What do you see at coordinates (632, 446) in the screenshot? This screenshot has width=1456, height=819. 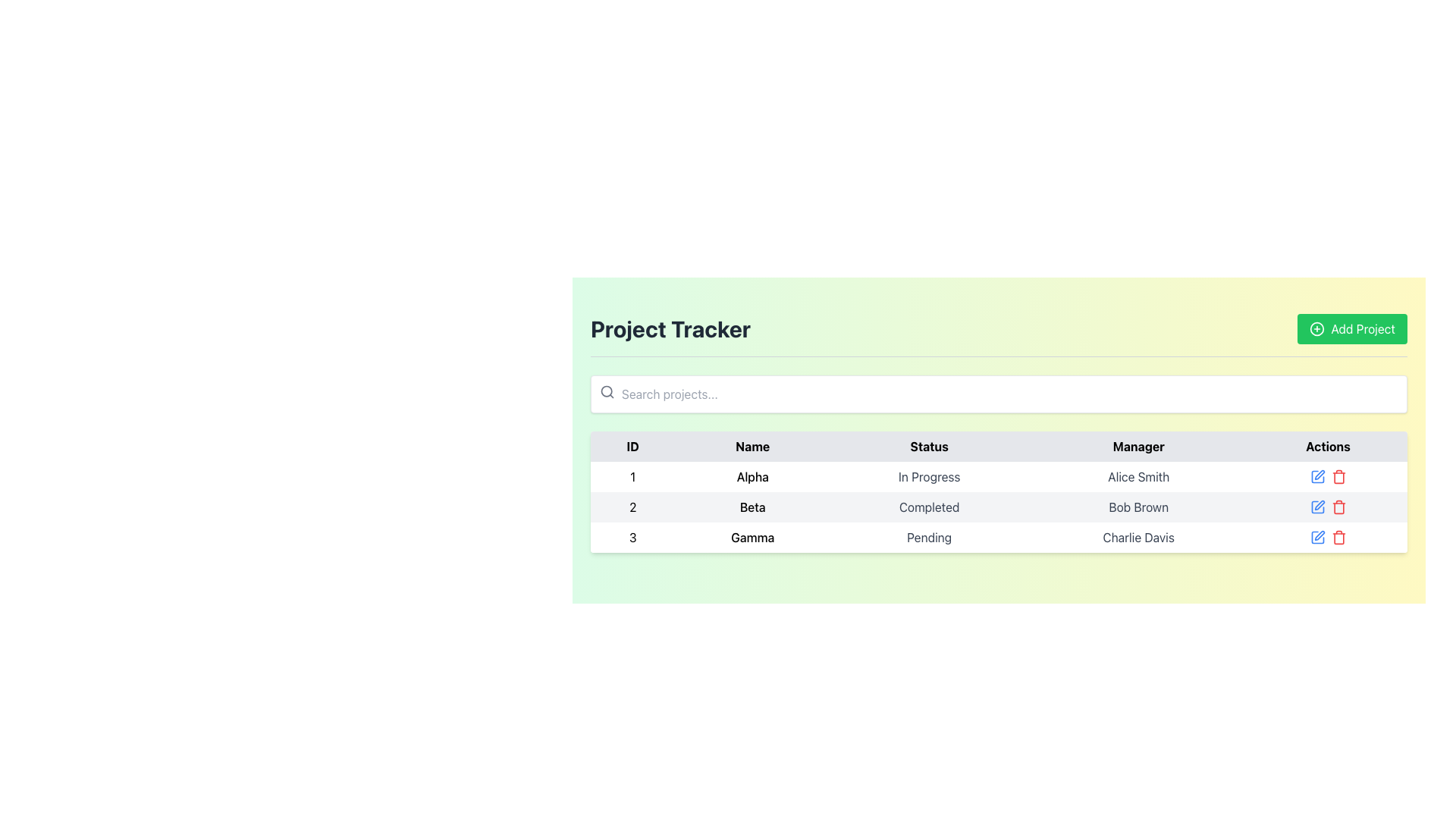 I see `the 'ID' column header in the table, which is the first column header among 'Name', 'Status', 'Manager', and 'Actions'` at bounding box center [632, 446].